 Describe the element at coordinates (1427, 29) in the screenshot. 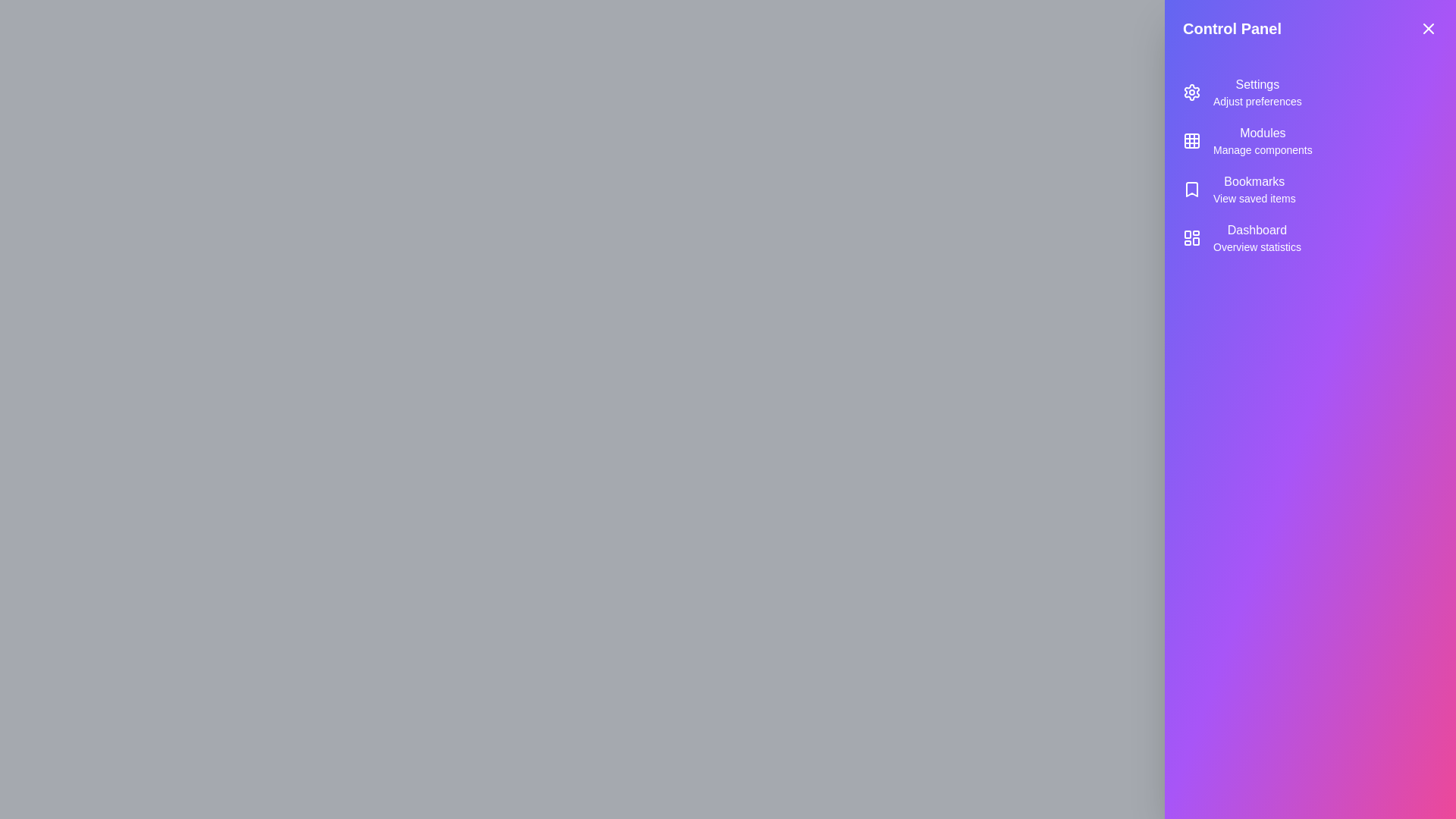

I see `the close button represented by an outlined 'X' icon in the upper-right corner of the 'Control Panel'` at that location.